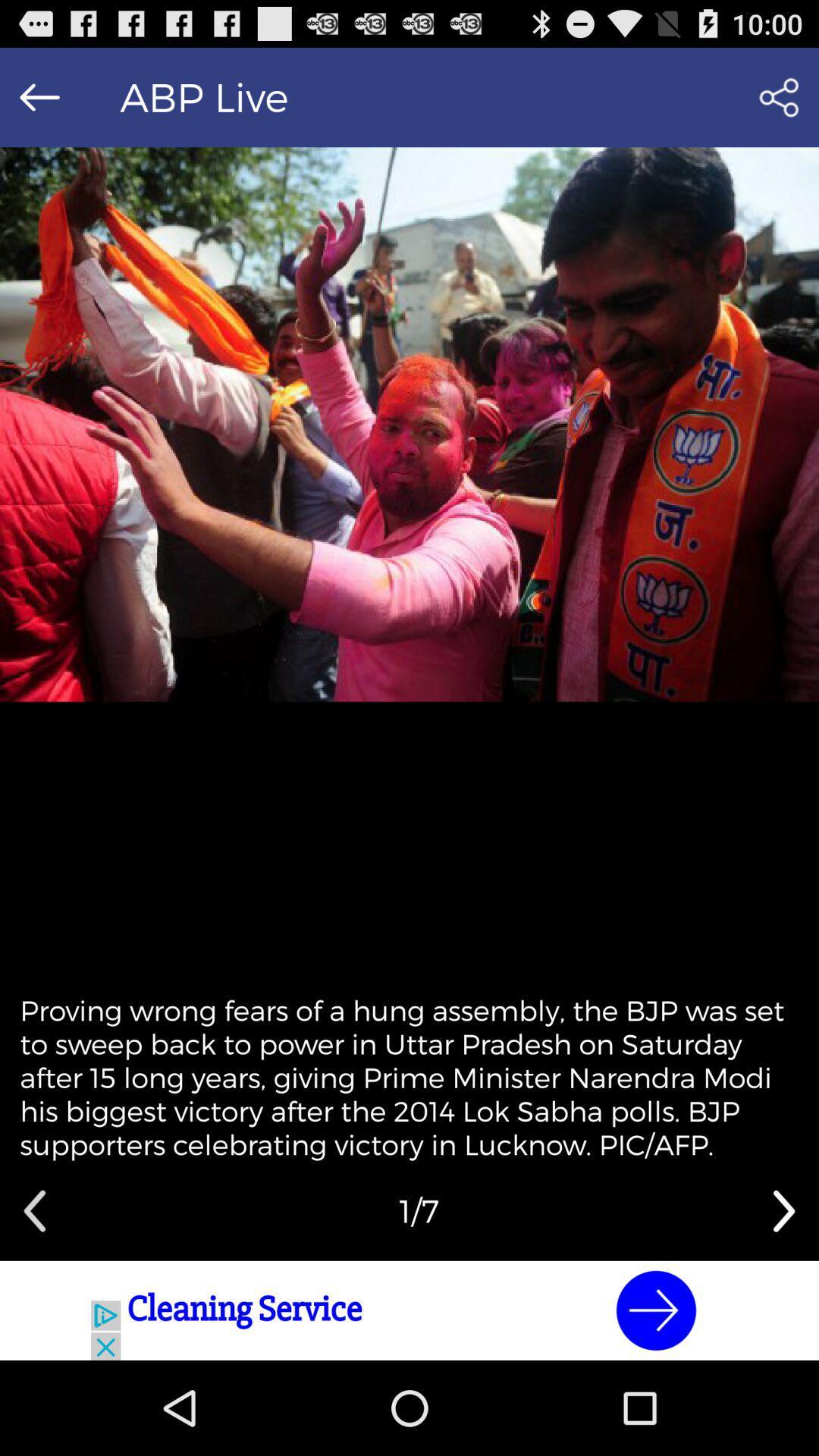 The height and width of the screenshot is (1456, 819). Describe the element at coordinates (34, 1295) in the screenshot. I see `the arrow_backward icon` at that location.